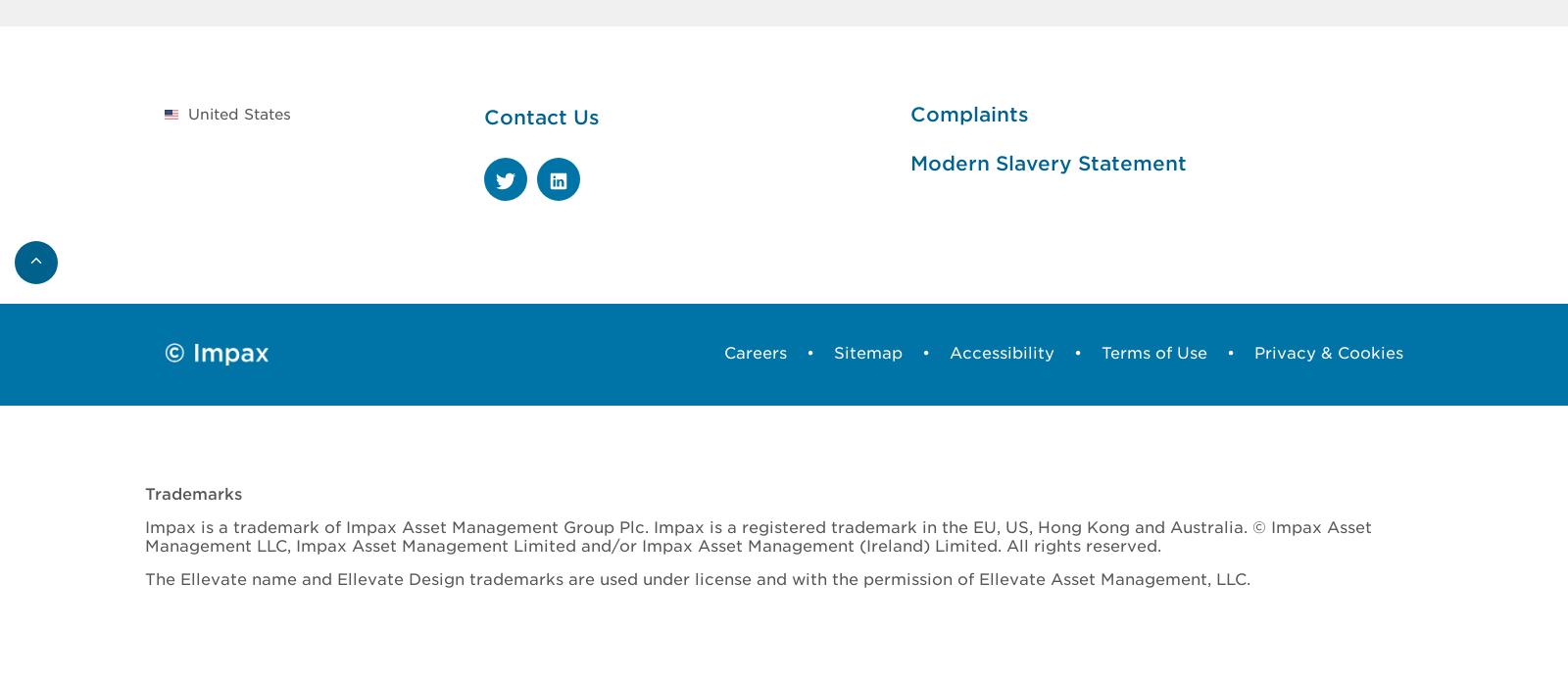 The height and width of the screenshot is (681, 1568). Describe the element at coordinates (483, 115) in the screenshot. I see `'Contact Us'` at that location.